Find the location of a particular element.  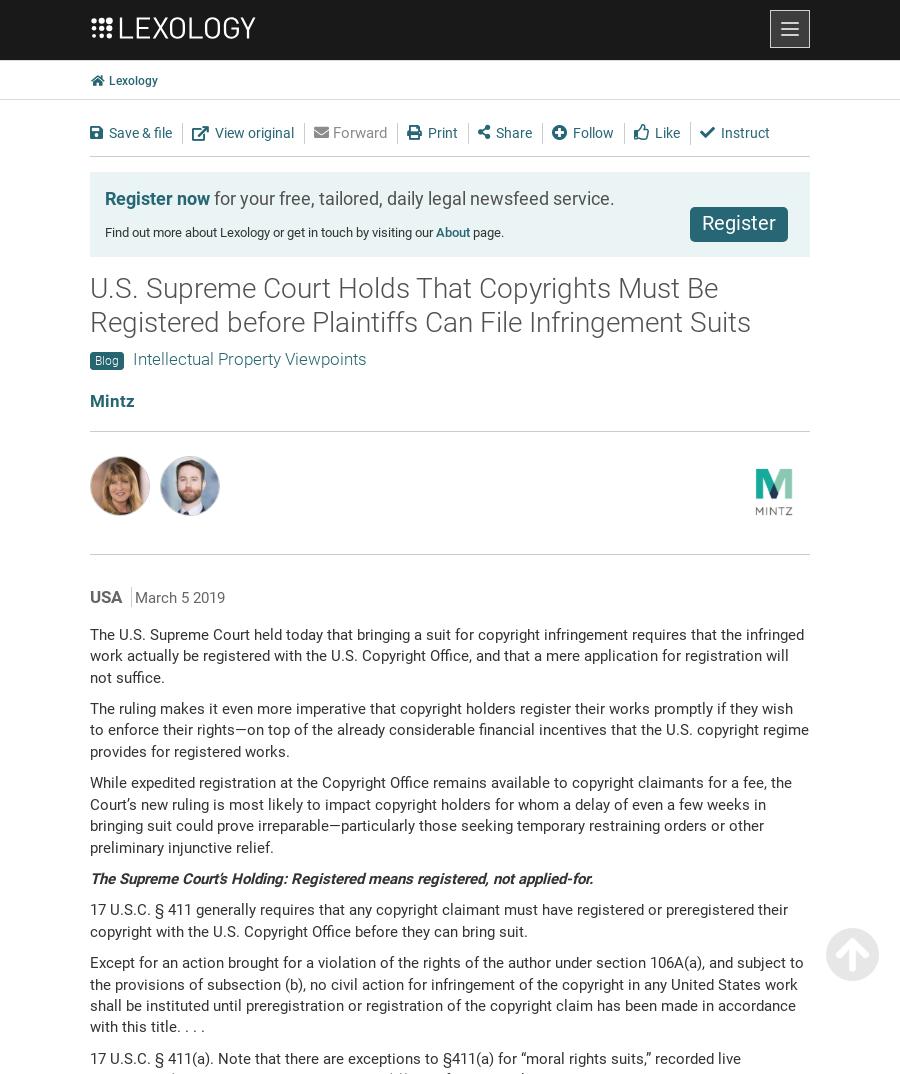

'While expedited registration at the Copyright Office remains available to copyright claimants for a fee, the Court’s new ruling is most likely to impact copyright holders for whom a delay of even a few weeks in bringing suit could prove irreparable—particularly those seeking temporary restraining orders or other preliminary injunctive relief.' is located at coordinates (441, 814).